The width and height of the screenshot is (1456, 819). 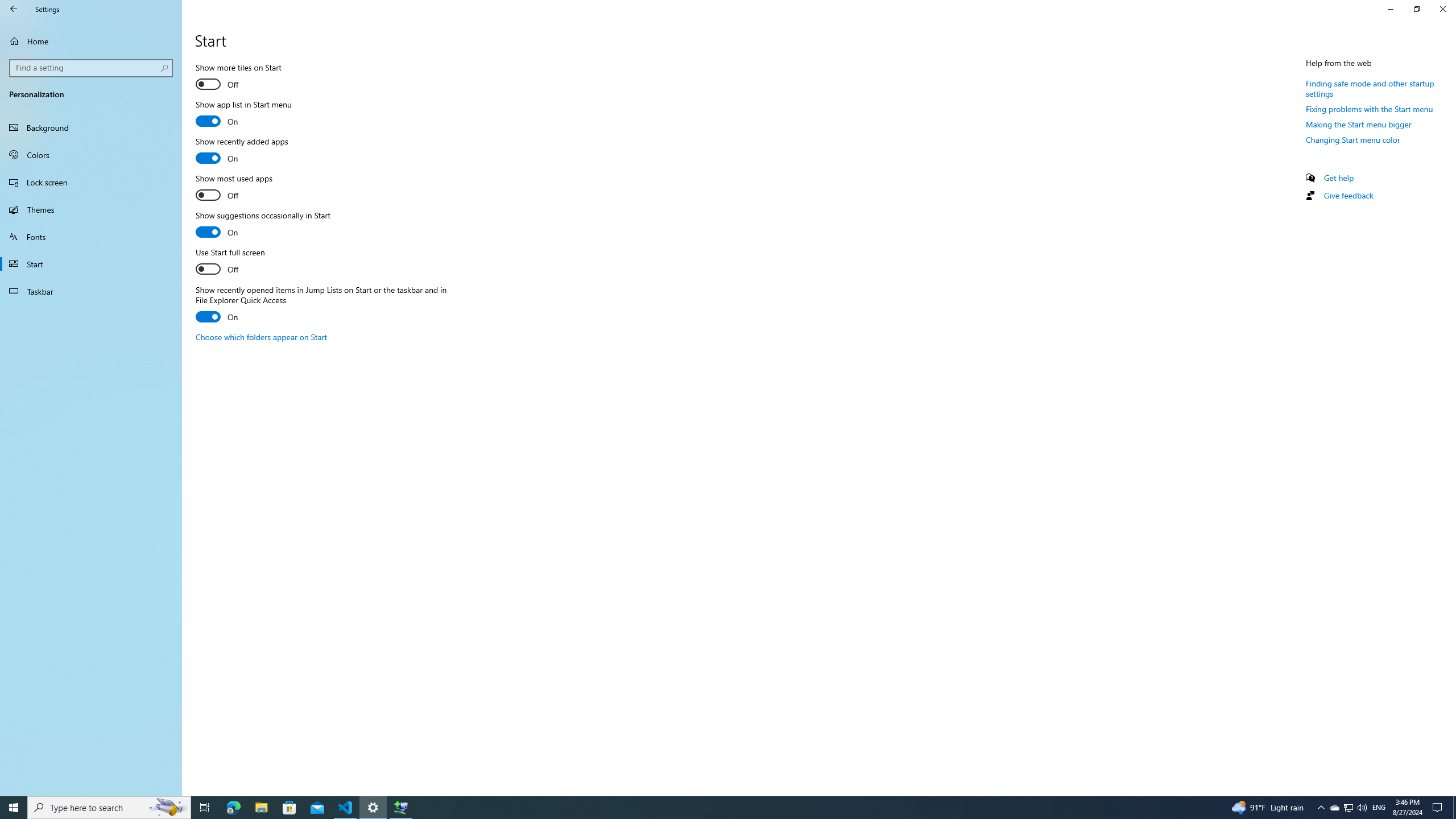 I want to click on 'Minimize Settings', so click(x=1389, y=9).